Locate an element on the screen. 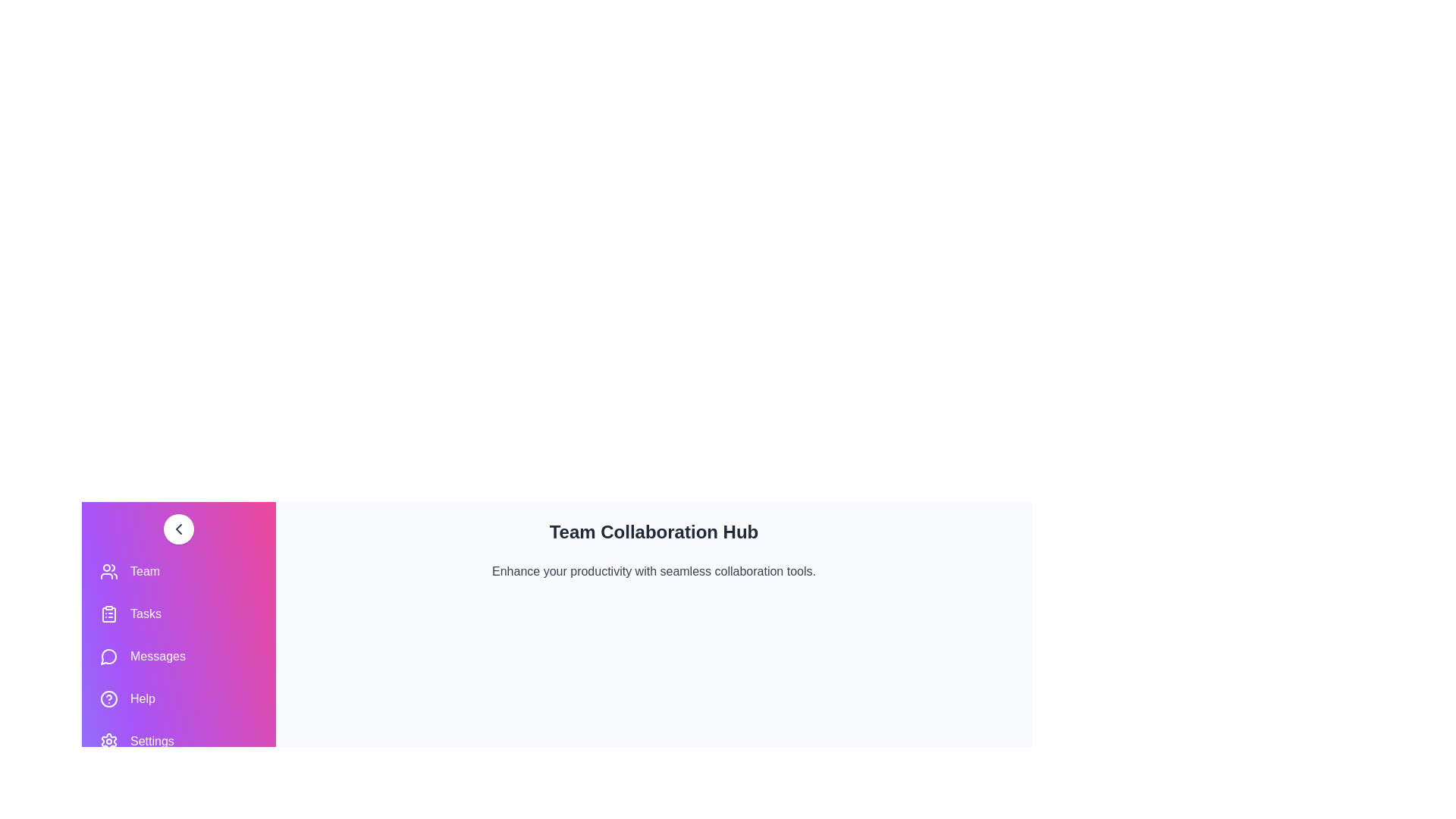  the arrow button to toggle the drawer is located at coordinates (178, 529).